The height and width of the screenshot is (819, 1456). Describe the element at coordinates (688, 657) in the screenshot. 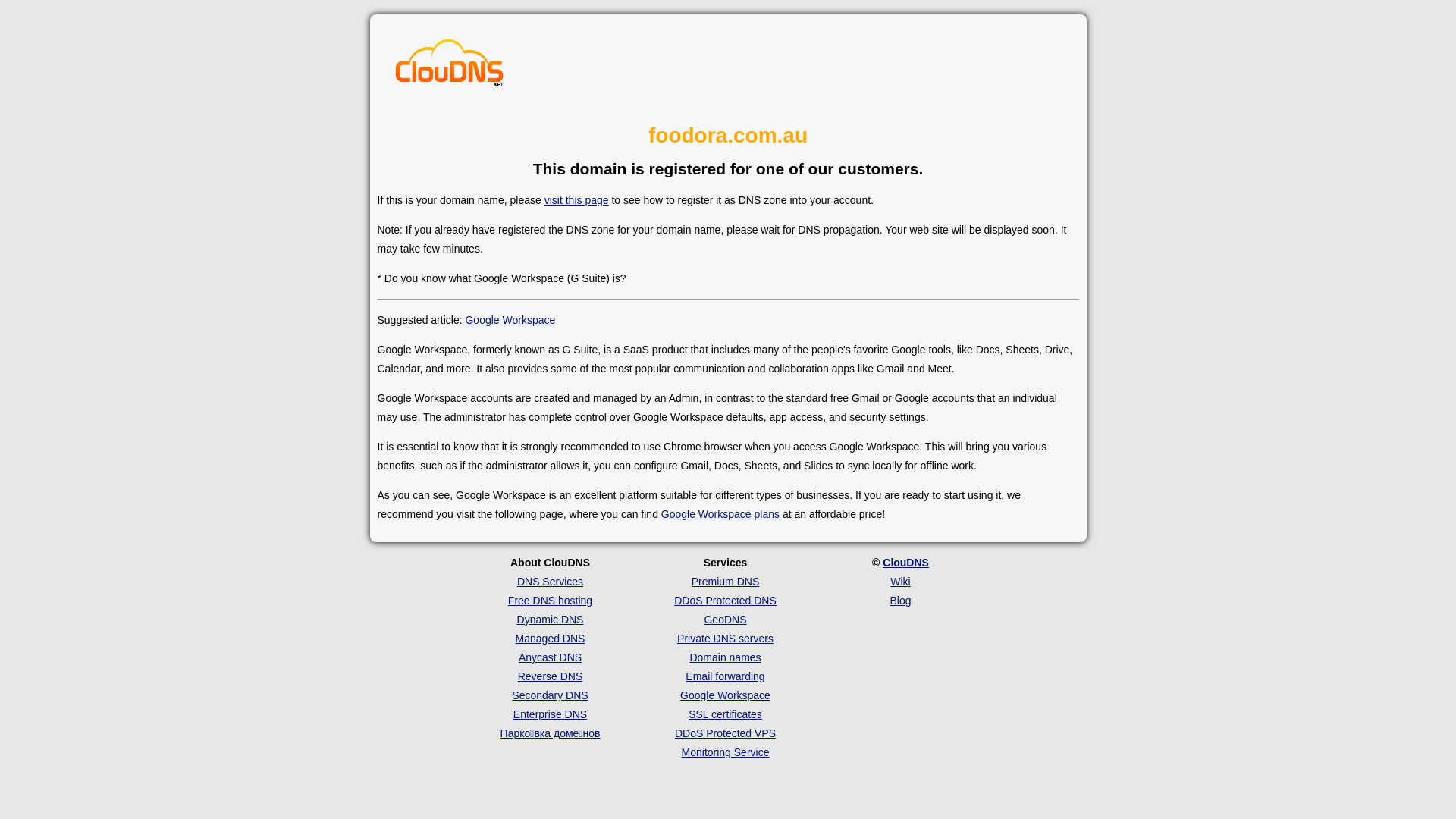

I see `'Domain names'` at that location.